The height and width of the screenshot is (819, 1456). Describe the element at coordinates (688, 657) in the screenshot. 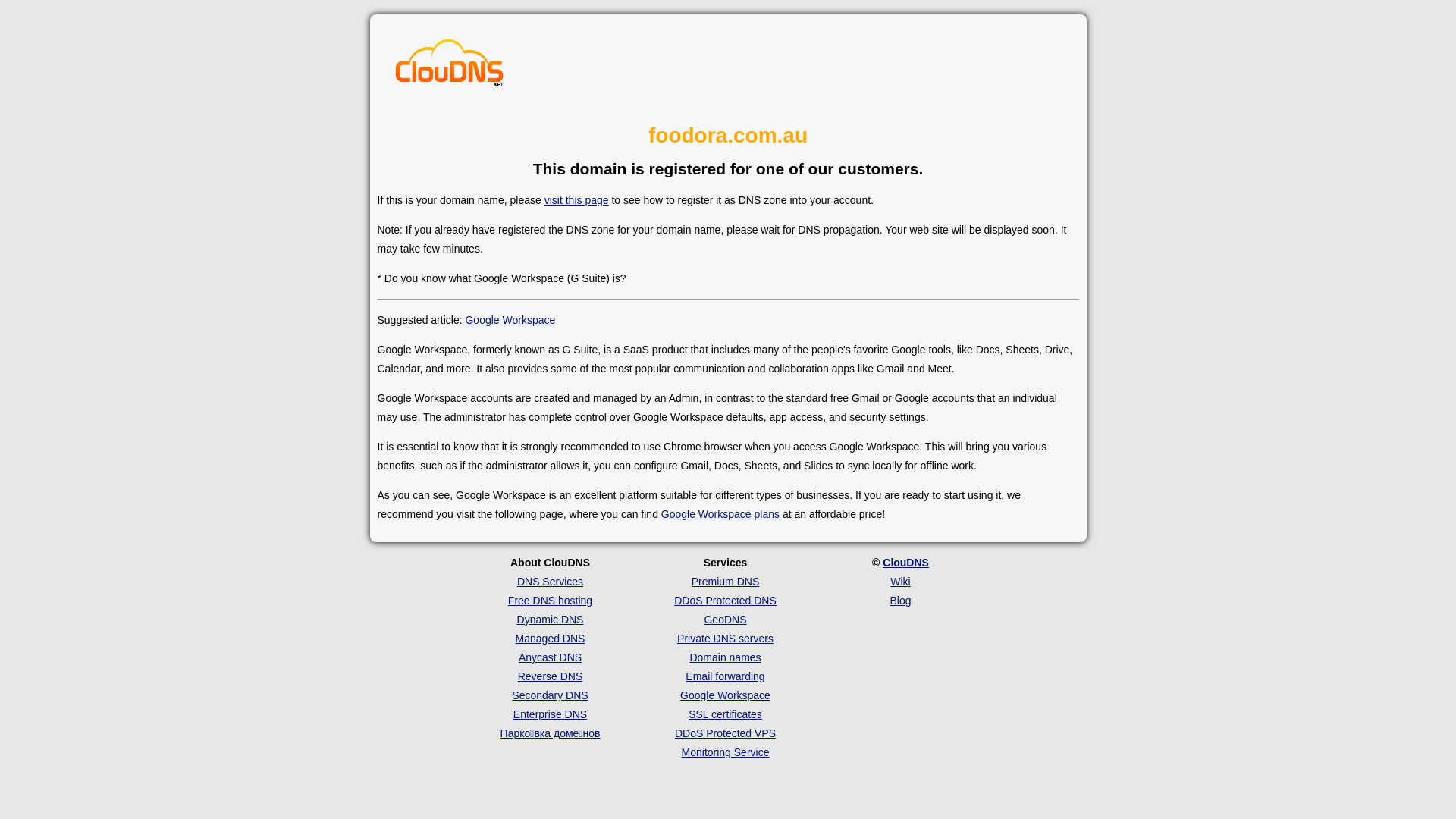

I see `'Domain names'` at that location.